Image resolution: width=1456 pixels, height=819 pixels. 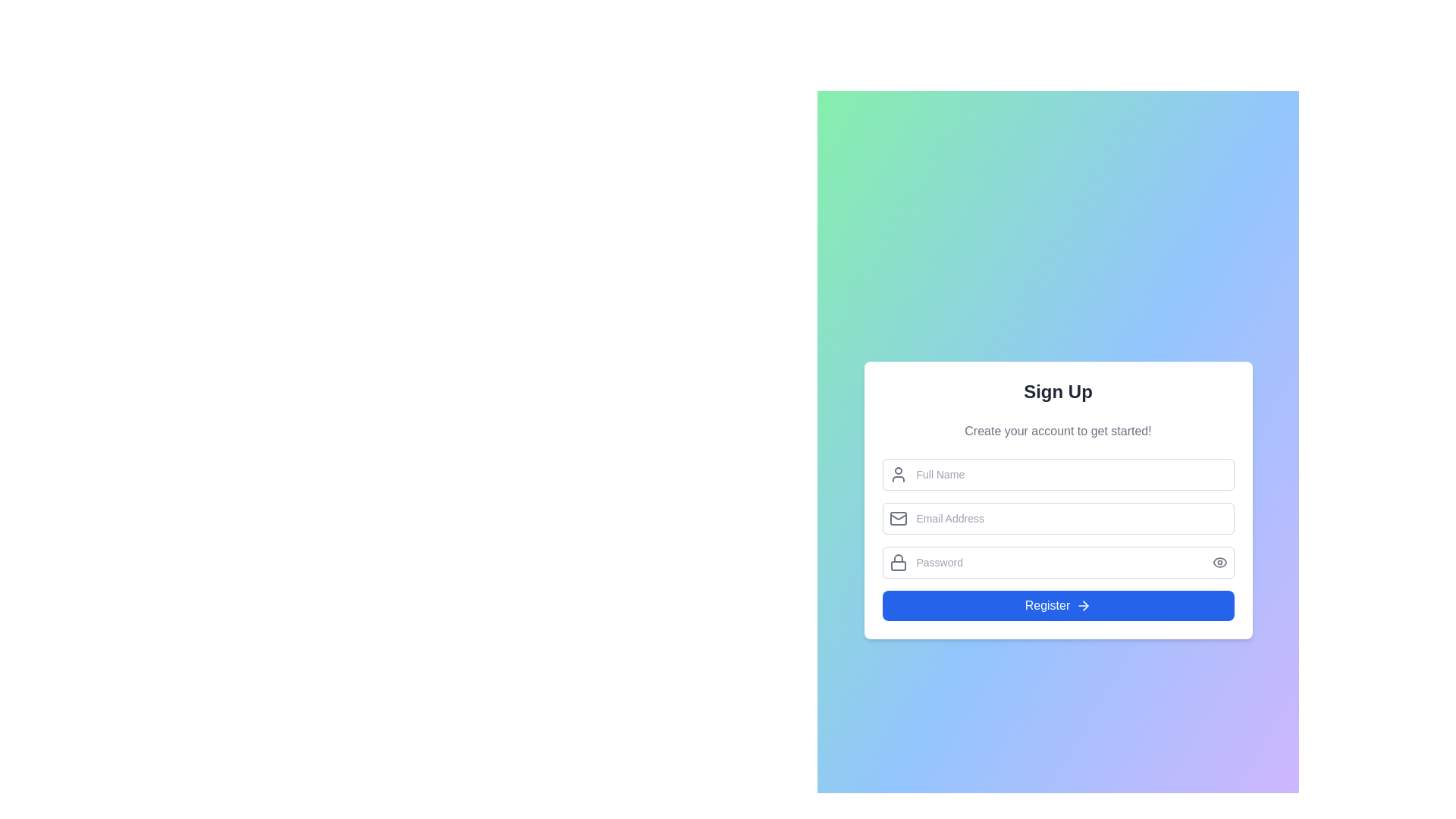 What do you see at coordinates (1057, 431) in the screenshot?
I see `the instructional label that prompts the user to begin the account creation process, located below the 'Sign Up' heading and above the input fields` at bounding box center [1057, 431].